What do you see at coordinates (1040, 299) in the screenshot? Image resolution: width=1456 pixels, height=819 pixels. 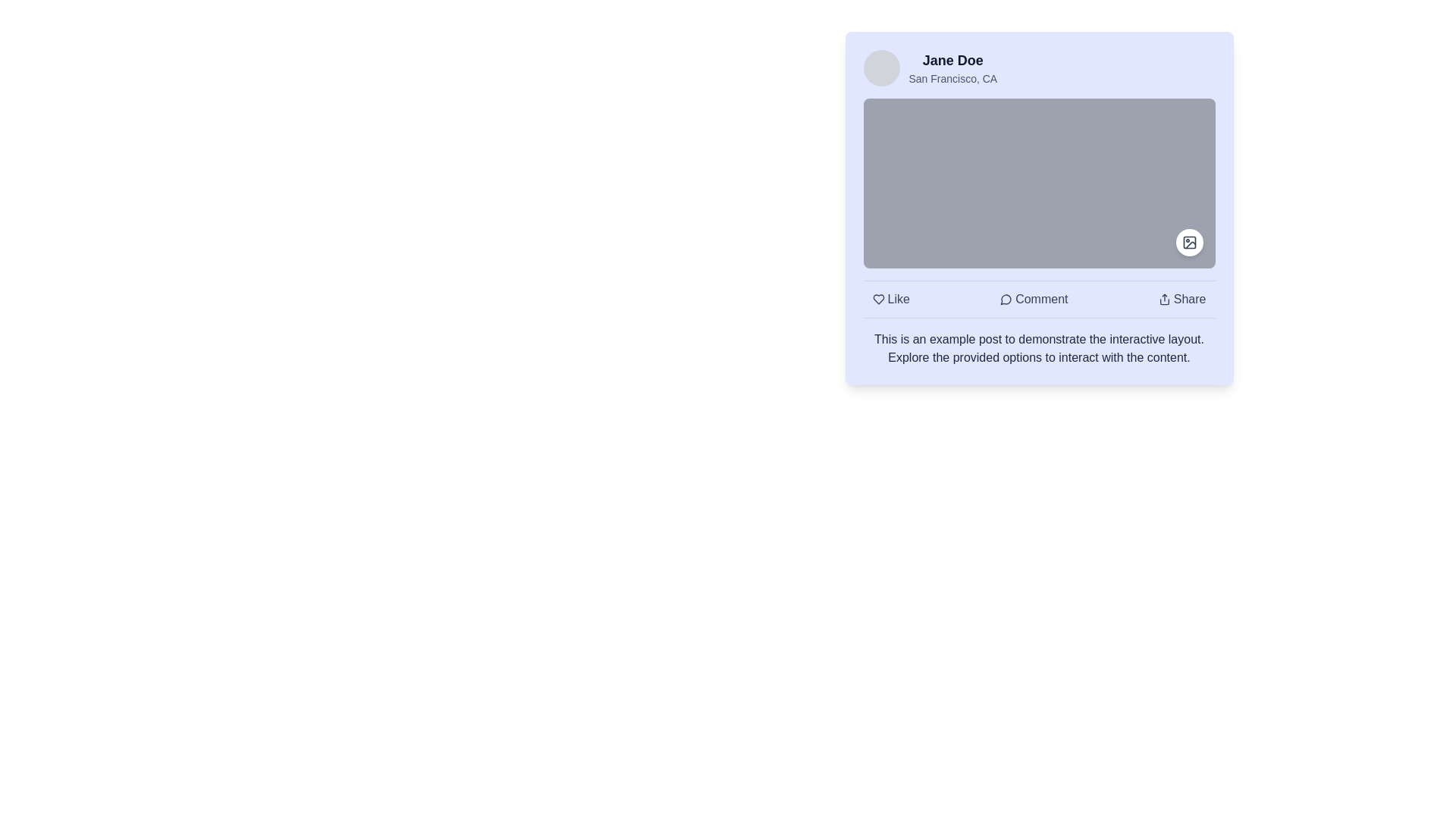 I see `the 'Comment' label located in the horizontal toolbar below the main content of a post to observe styling changes` at bounding box center [1040, 299].